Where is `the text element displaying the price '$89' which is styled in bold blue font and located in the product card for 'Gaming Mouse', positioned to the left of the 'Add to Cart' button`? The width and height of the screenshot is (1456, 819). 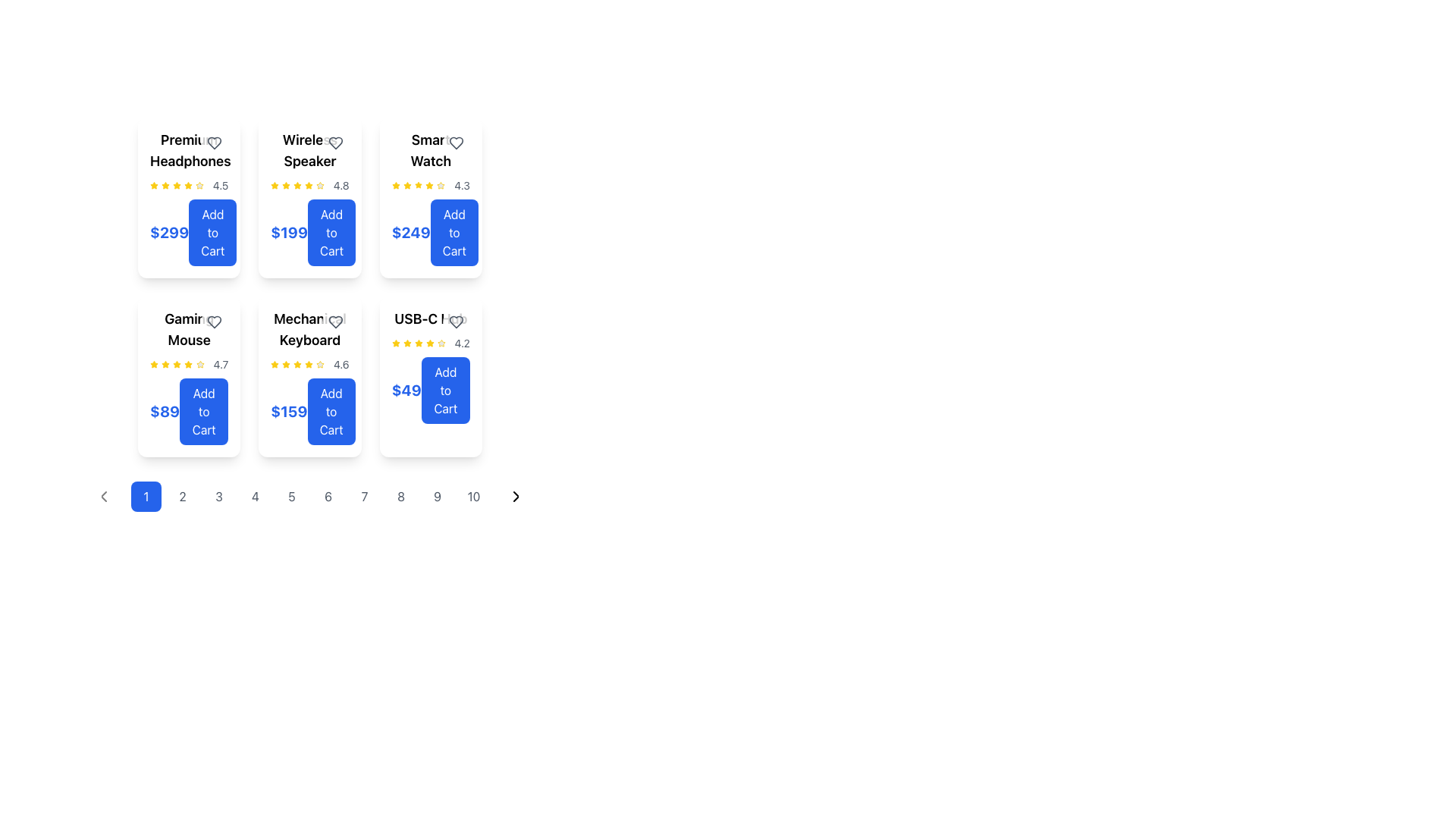 the text element displaying the price '$89' which is styled in bold blue font and located in the product card for 'Gaming Mouse', positioned to the left of the 'Add to Cart' button is located at coordinates (165, 412).